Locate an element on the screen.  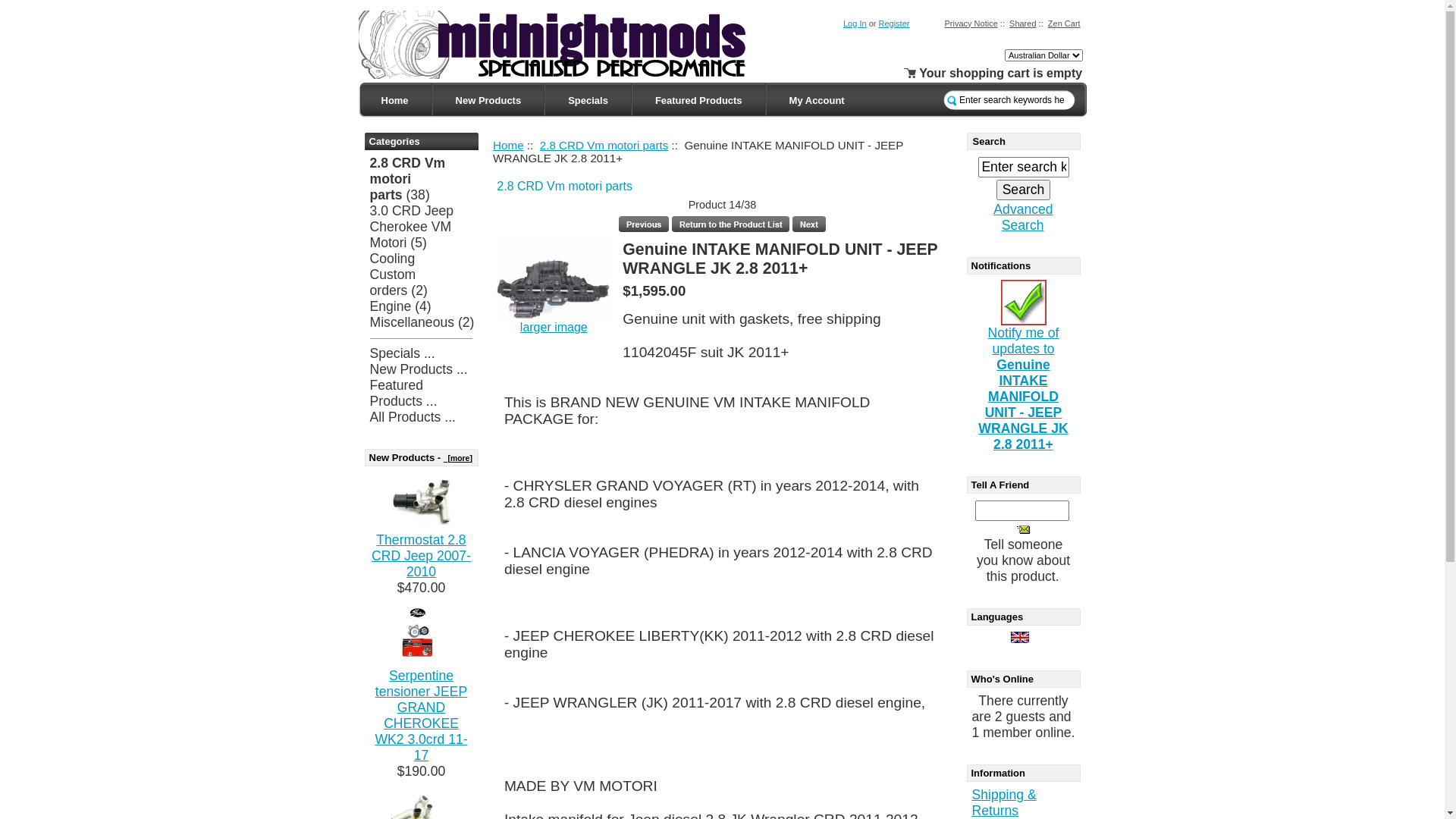
'Featured Products ...' is located at coordinates (403, 392).